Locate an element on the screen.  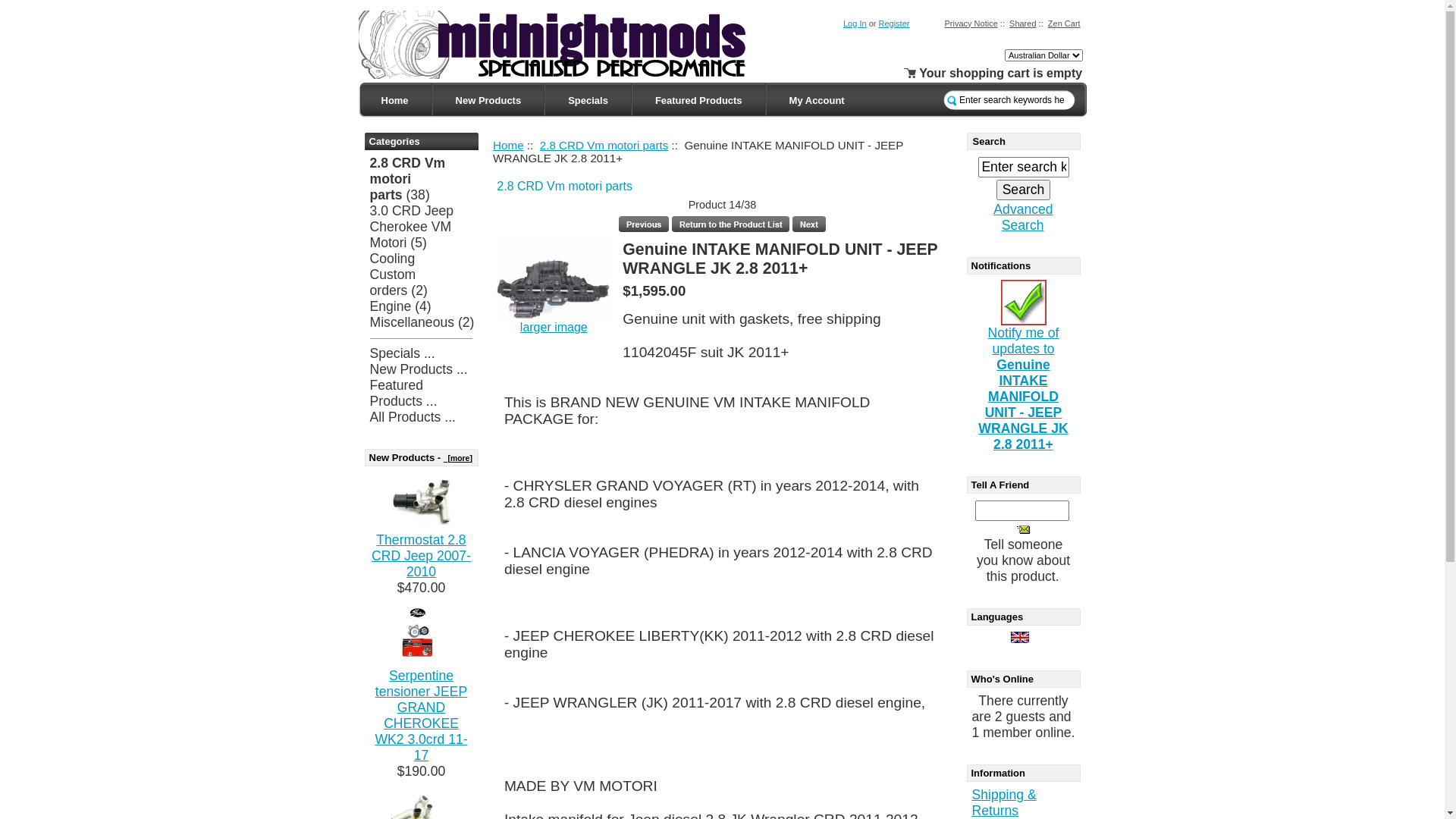
'Featured Products ...' is located at coordinates (403, 392).